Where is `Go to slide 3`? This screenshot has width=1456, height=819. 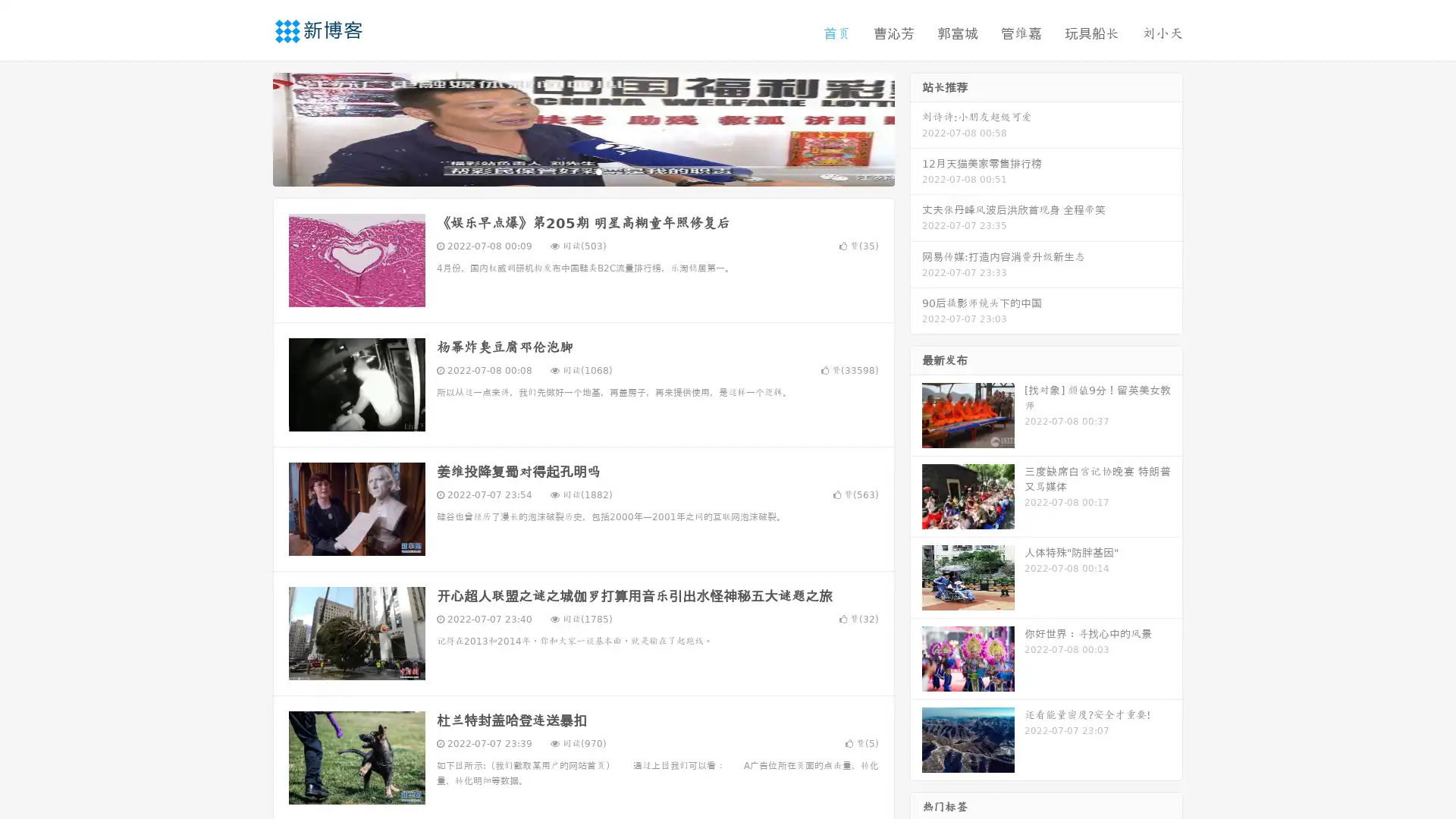
Go to slide 3 is located at coordinates (598, 171).